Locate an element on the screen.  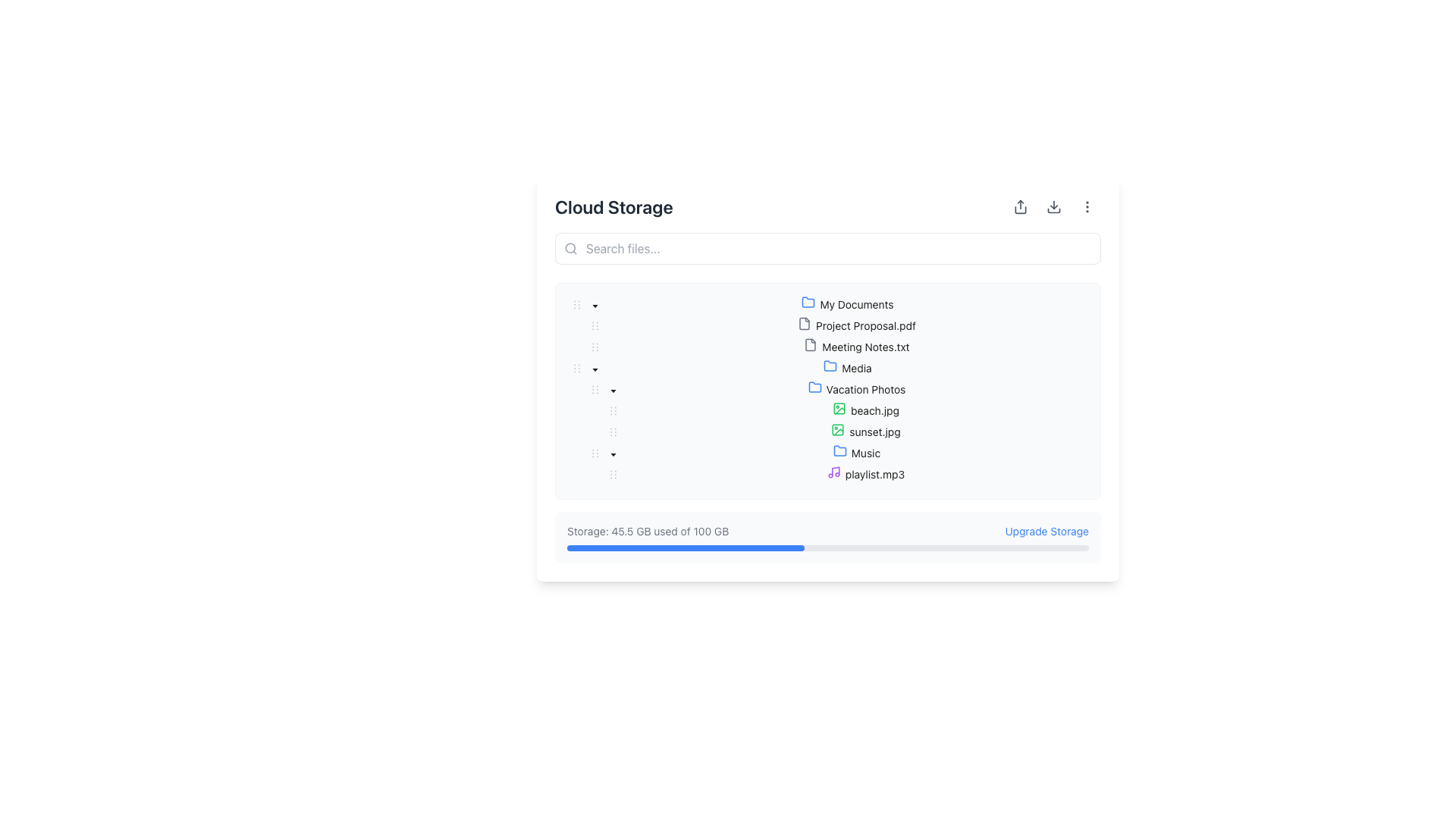
the downward-pointing caret icon next to the 'Vacation Photos' folder is located at coordinates (595, 370).